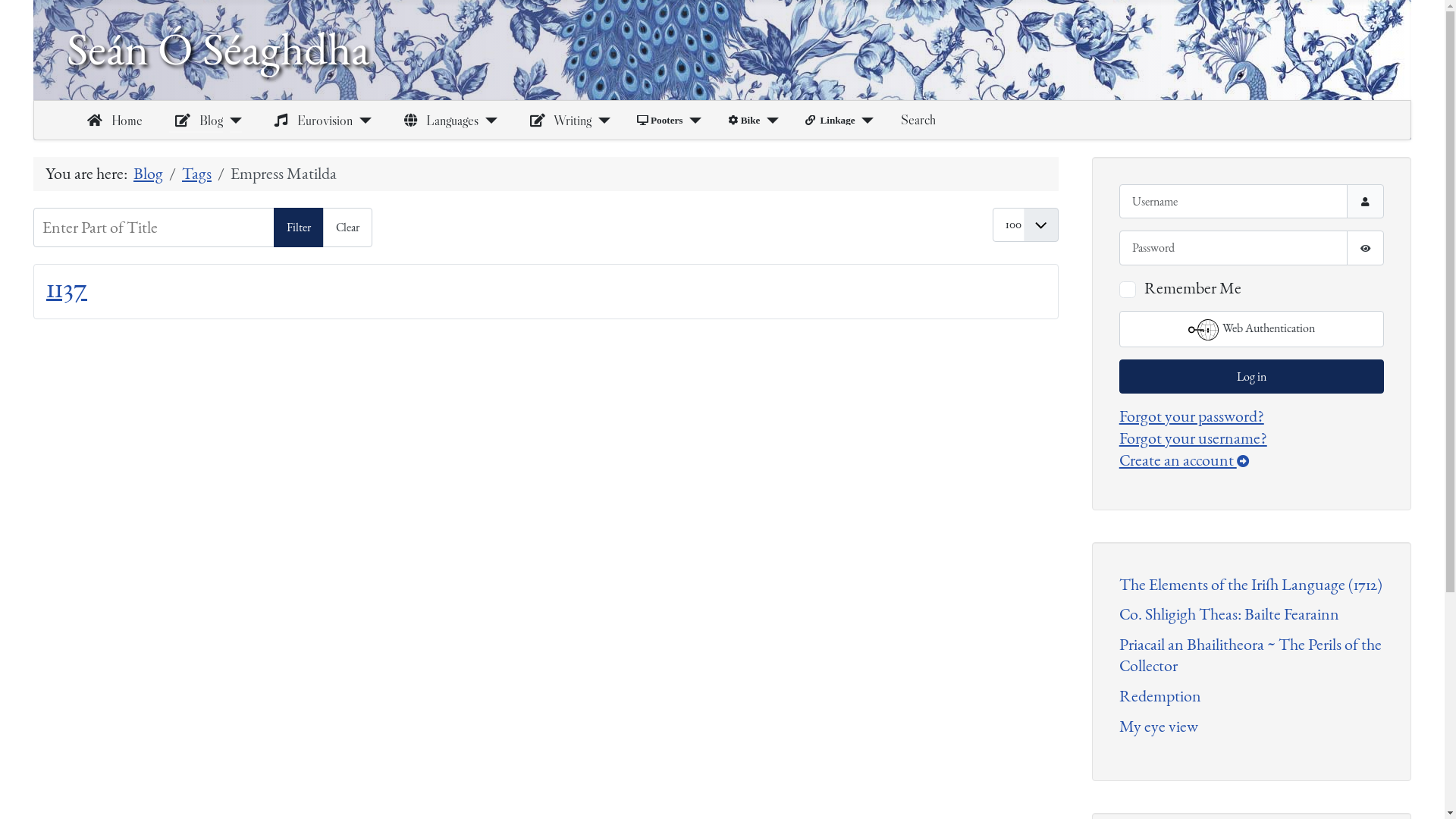  What do you see at coordinates (1251, 328) in the screenshot?
I see `'Web Authentication'` at bounding box center [1251, 328].